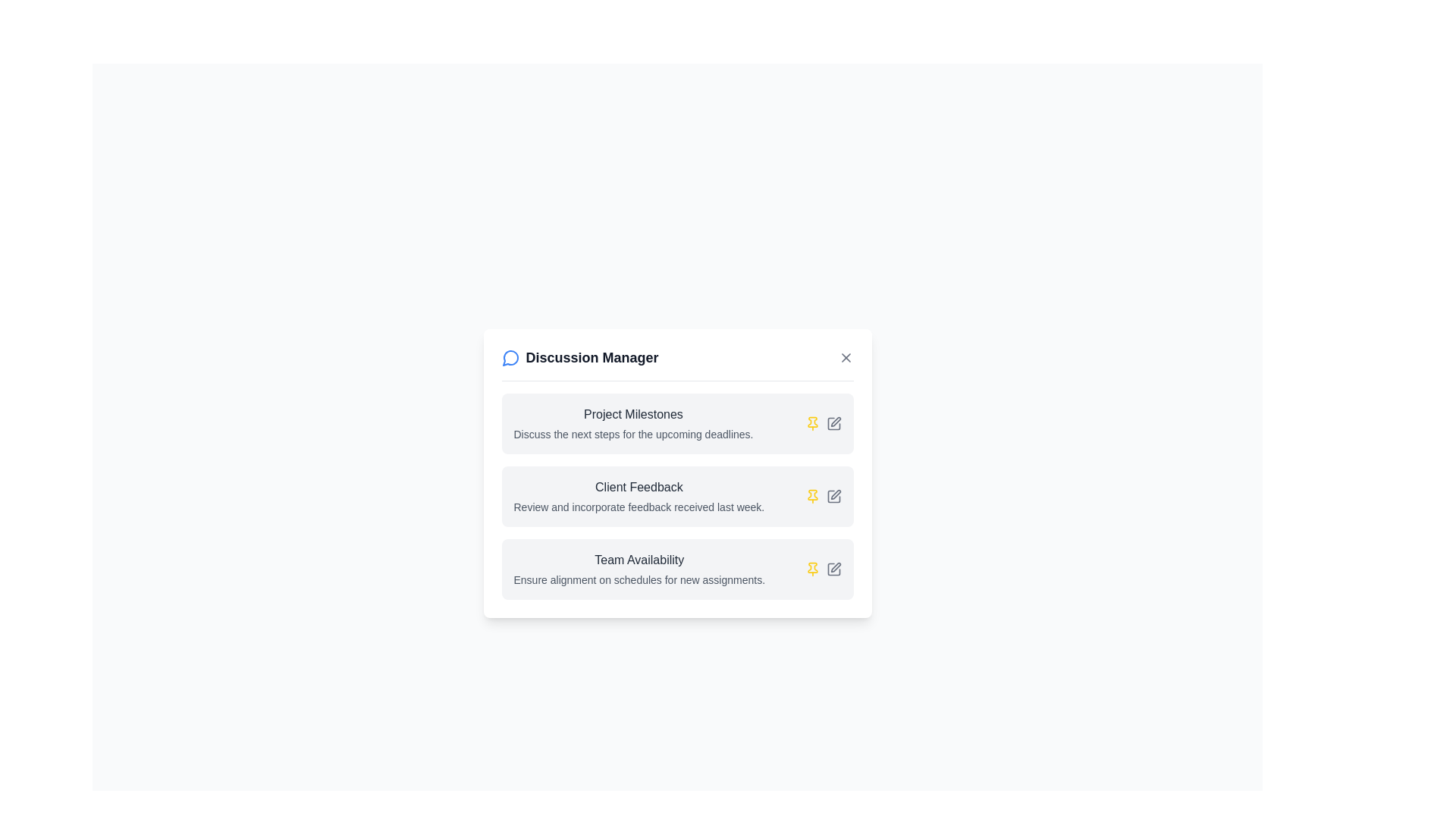 The image size is (1456, 819). What do you see at coordinates (639, 487) in the screenshot?
I see `text label that serves as the title for the feedback section within the 'Discussion Manager' interface, located above the description text` at bounding box center [639, 487].